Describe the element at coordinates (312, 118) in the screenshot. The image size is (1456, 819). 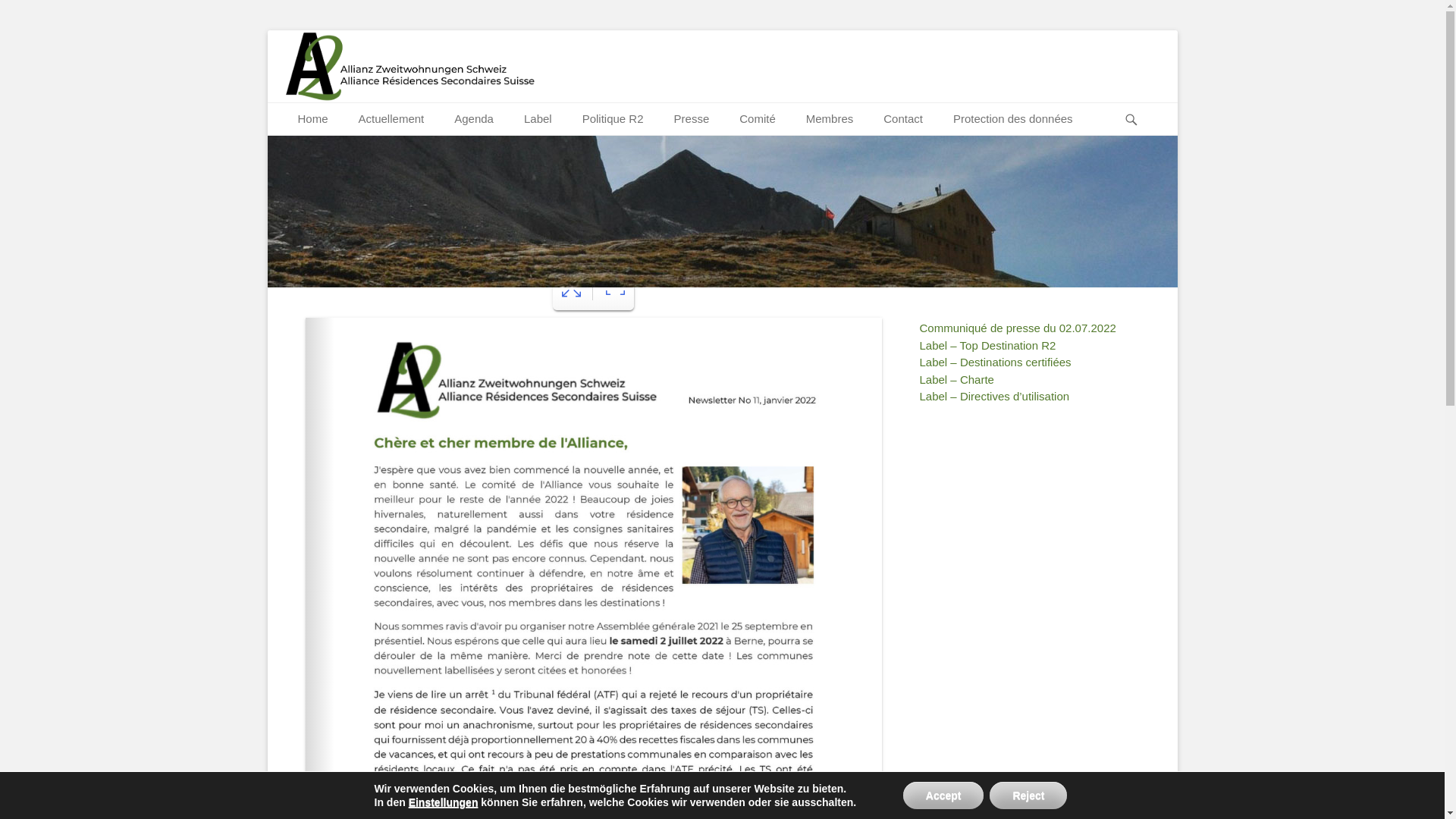
I see `'Home'` at that location.